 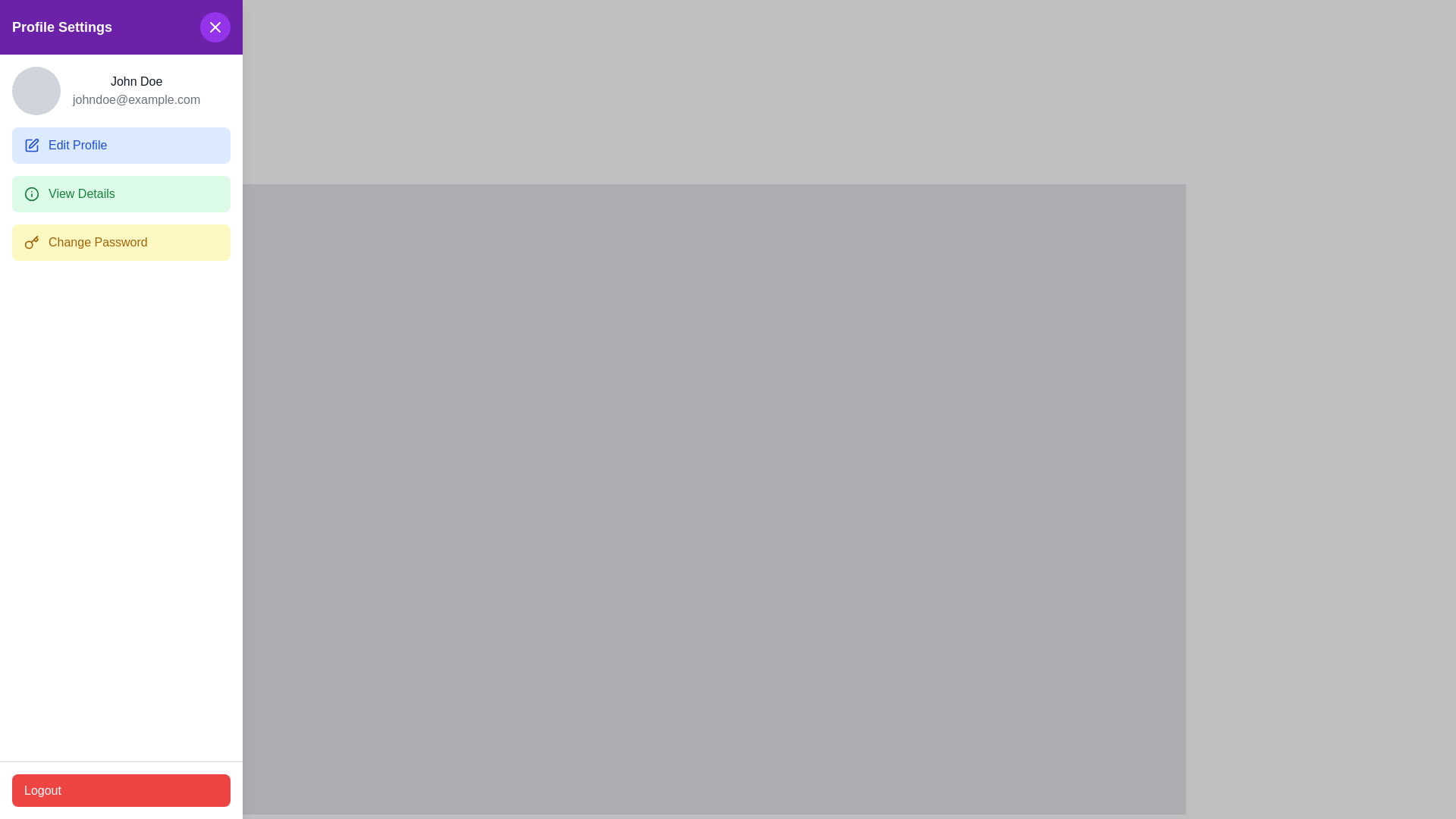 I want to click on the circular purple button with a white 'X' icon located in the top-right corner of the header bar, adjacent to 'Profile Settings', to change its background shade, so click(x=214, y=27).